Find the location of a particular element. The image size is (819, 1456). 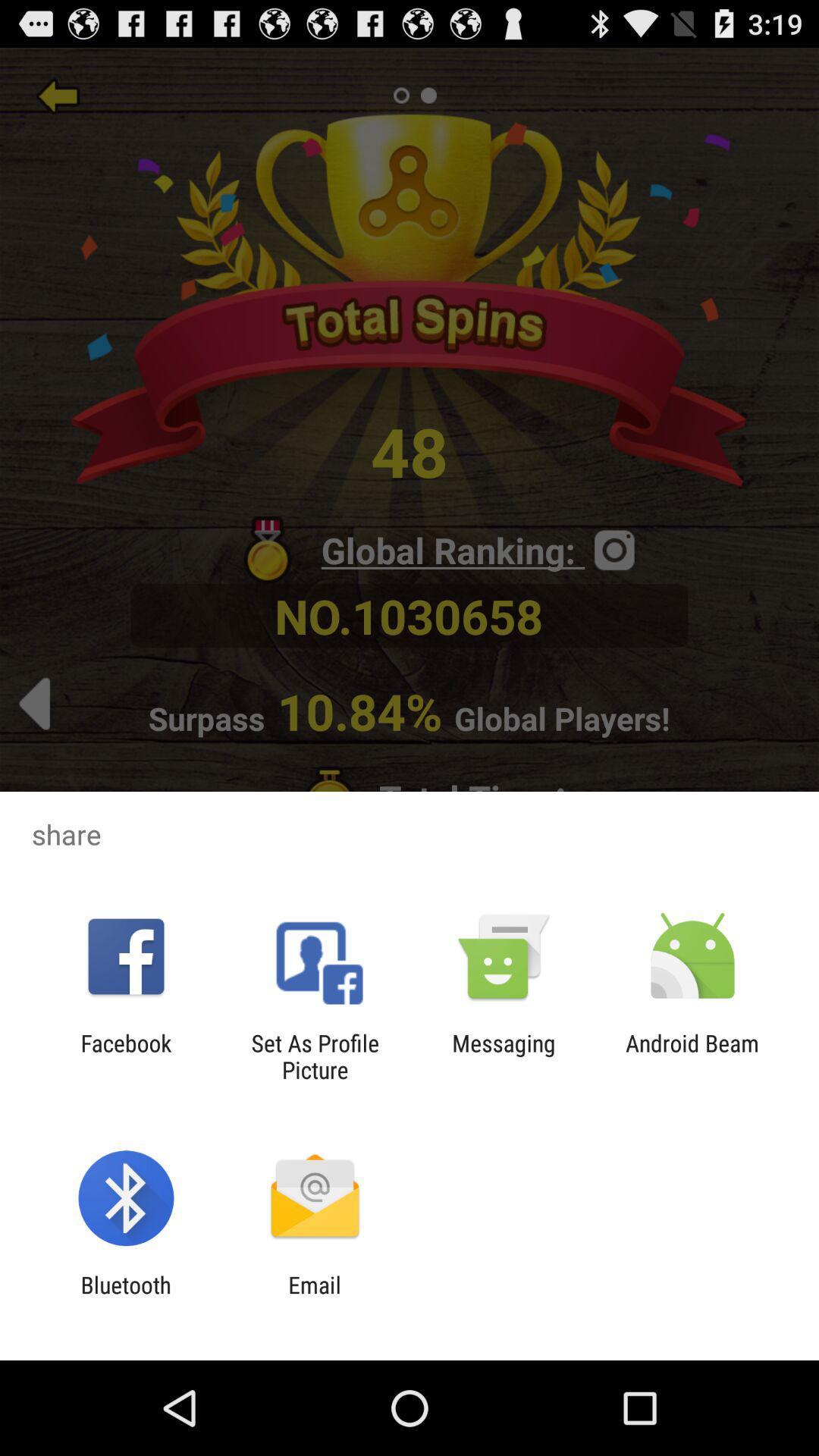

app to the left of set as profile icon is located at coordinates (125, 1056).